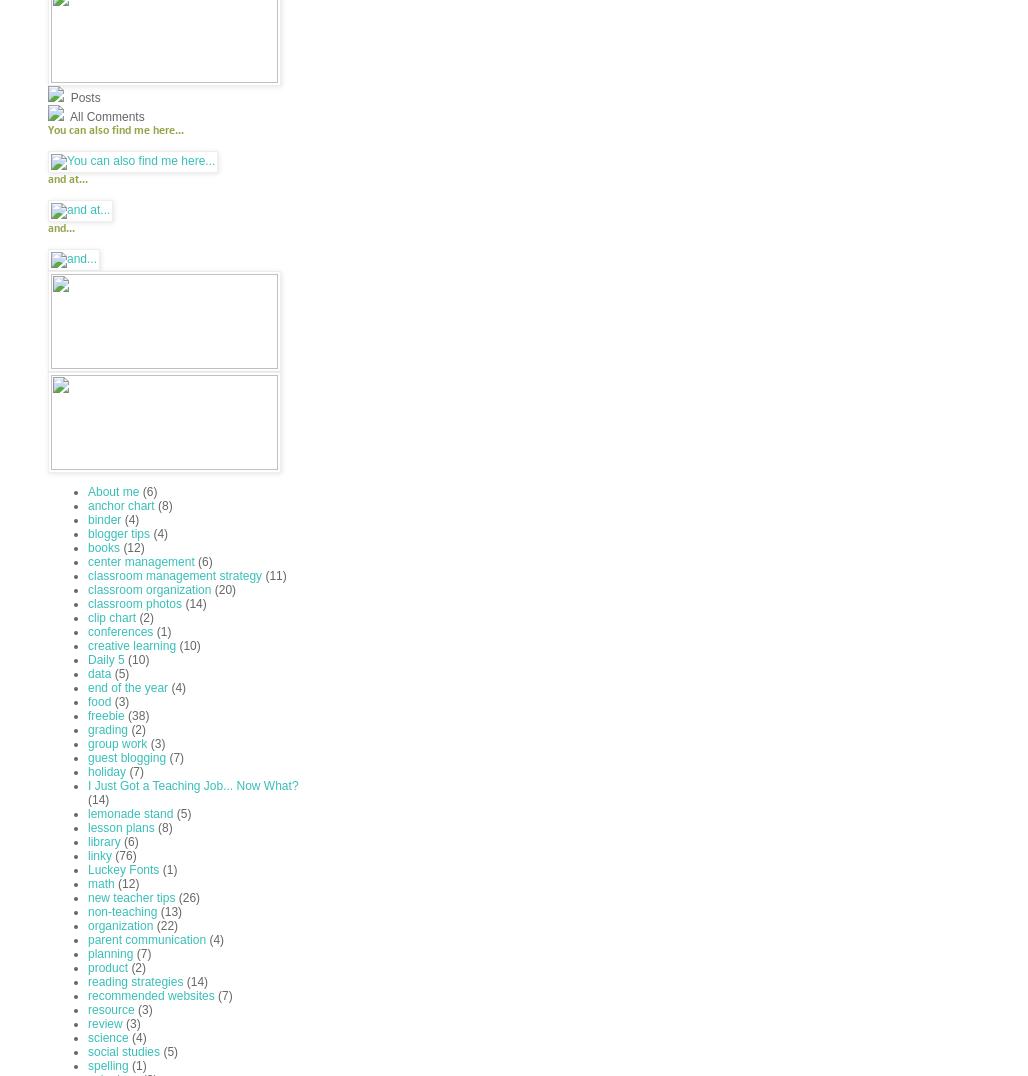  Describe the element at coordinates (86, 855) in the screenshot. I see `'linky'` at that location.